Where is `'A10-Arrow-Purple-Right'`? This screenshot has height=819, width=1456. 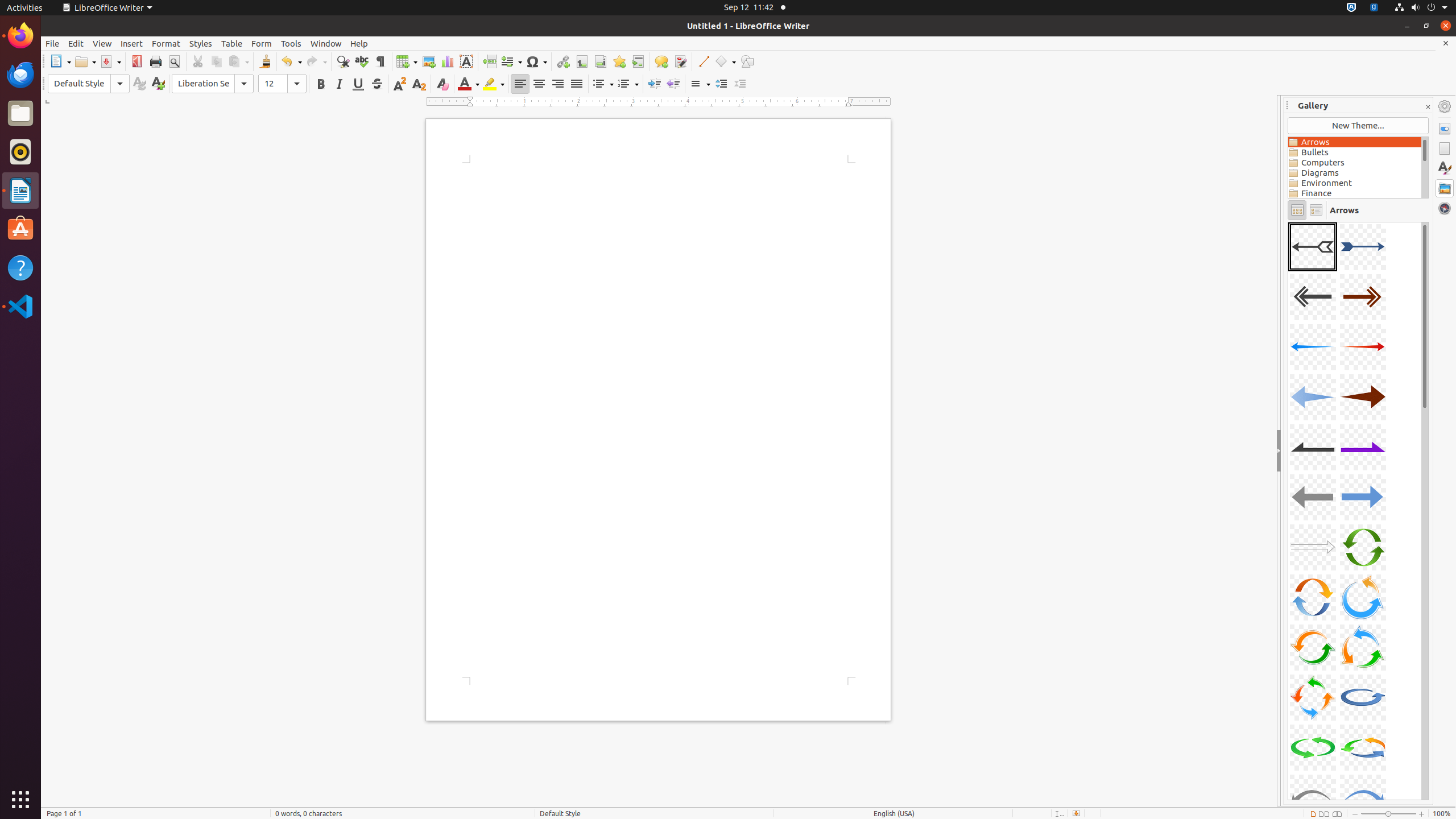 'A10-Arrow-Purple-Right' is located at coordinates (1362, 446).